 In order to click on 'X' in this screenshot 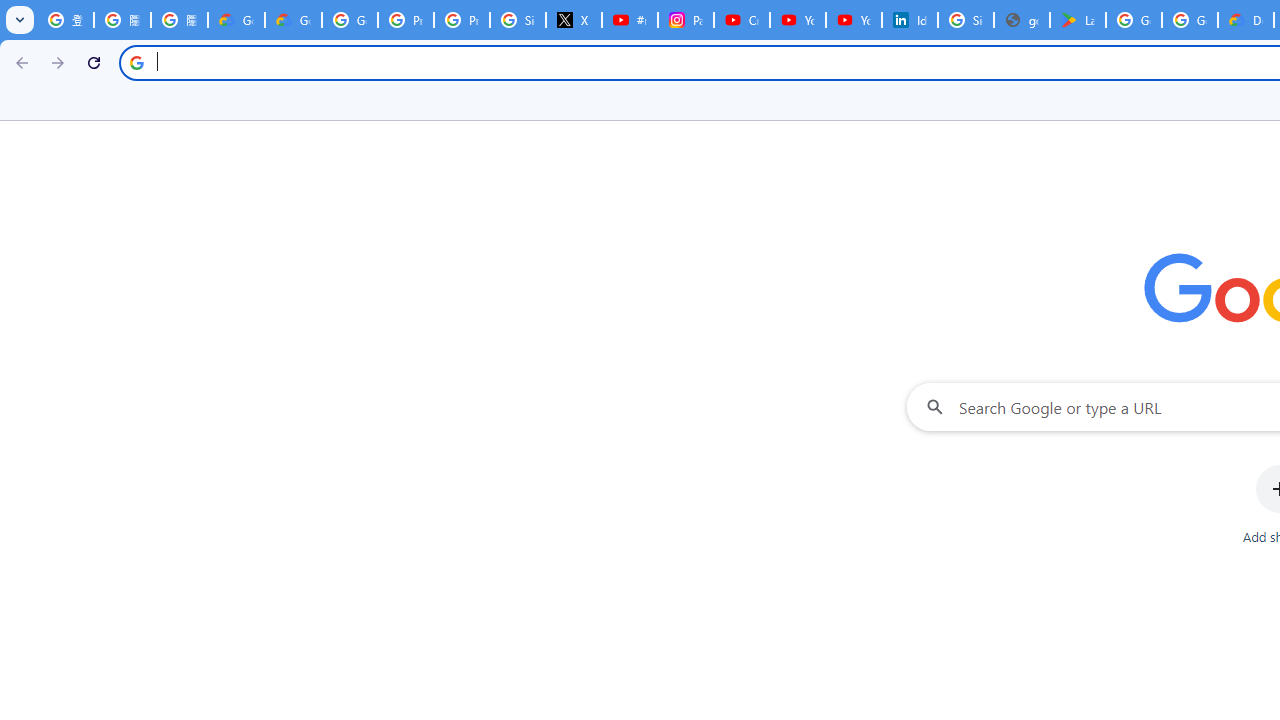, I will do `click(573, 20)`.